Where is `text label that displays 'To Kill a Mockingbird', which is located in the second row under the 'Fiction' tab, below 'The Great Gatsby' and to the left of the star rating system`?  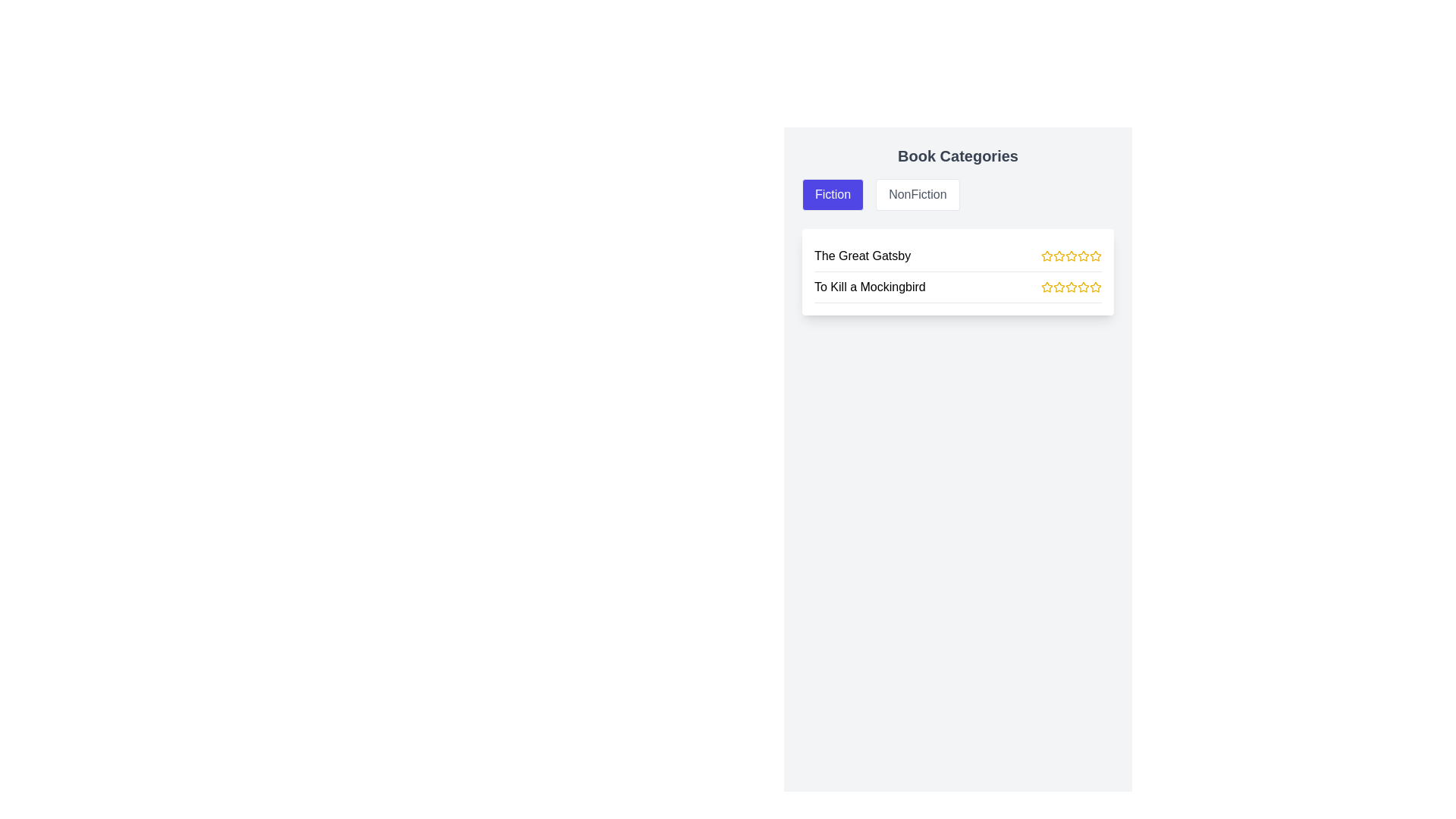
text label that displays 'To Kill a Mockingbird', which is located in the second row under the 'Fiction' tab, below 'The Great Gatsby' and to the left of the star rating system is located at coordinates (870, 287).